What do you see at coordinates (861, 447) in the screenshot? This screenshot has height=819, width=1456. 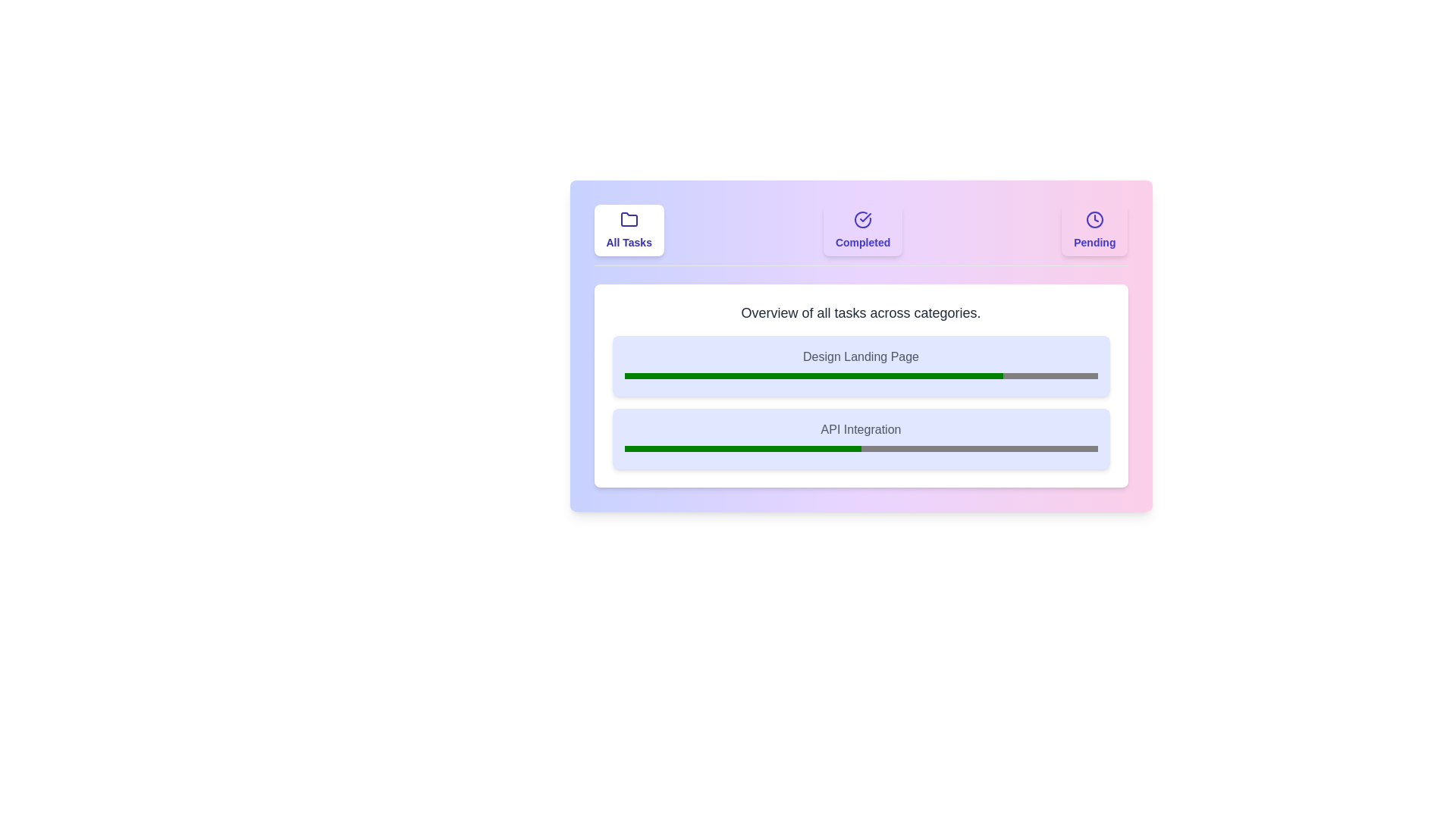 I see `the horizontal progress bar with a green fill located below the text 'API Integration'` at bounding box center [861, 447].